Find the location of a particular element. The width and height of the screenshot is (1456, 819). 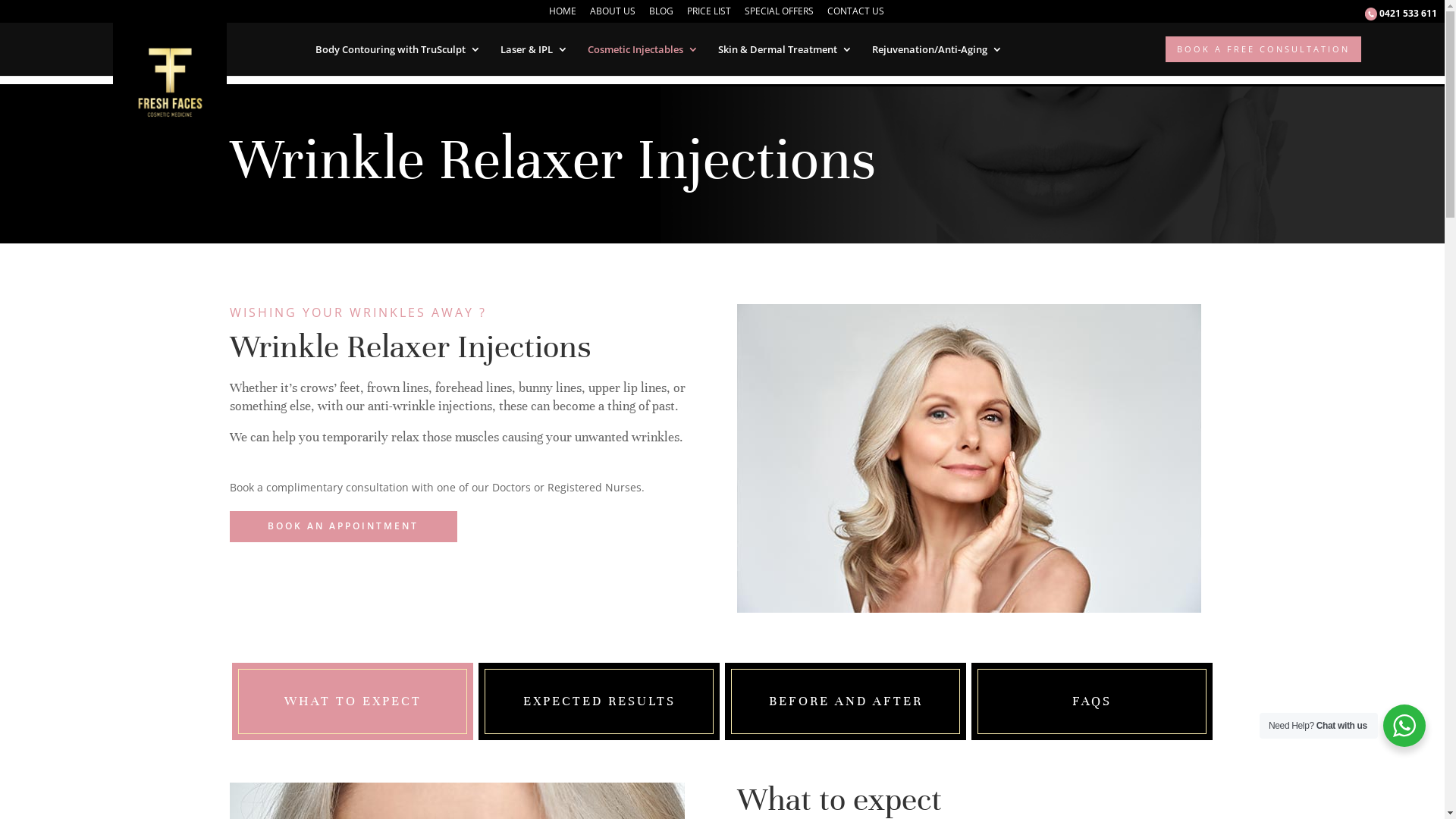

'BLOG' is located at coordinates (661, 14).